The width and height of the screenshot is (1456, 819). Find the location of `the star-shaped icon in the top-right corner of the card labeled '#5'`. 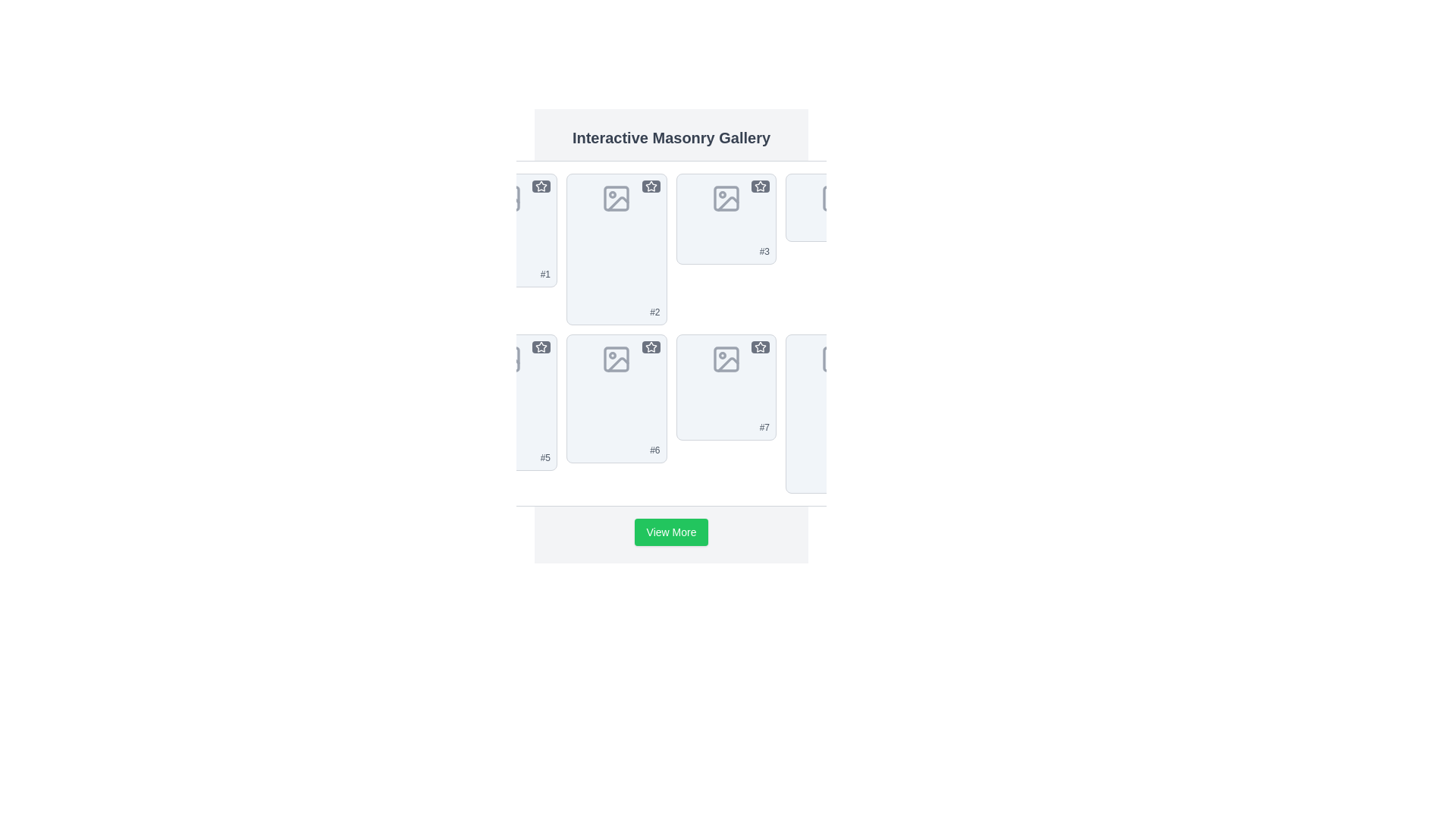

the star-shaped icon in the top-right corner of the card labeled '#5' is located at coordinates (541, 347).